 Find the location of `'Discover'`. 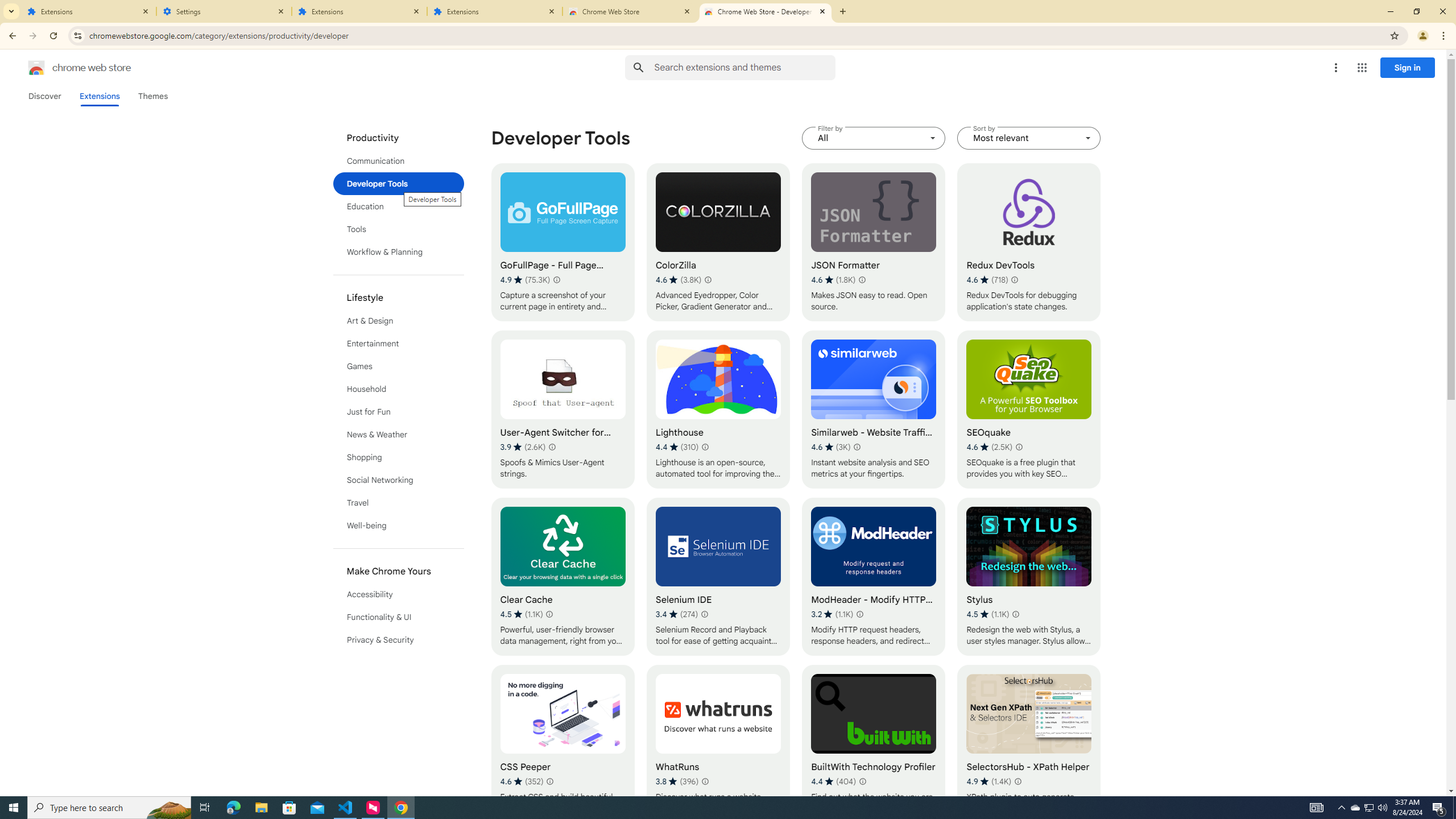

'Discover' is located at coordinates (44, 96).